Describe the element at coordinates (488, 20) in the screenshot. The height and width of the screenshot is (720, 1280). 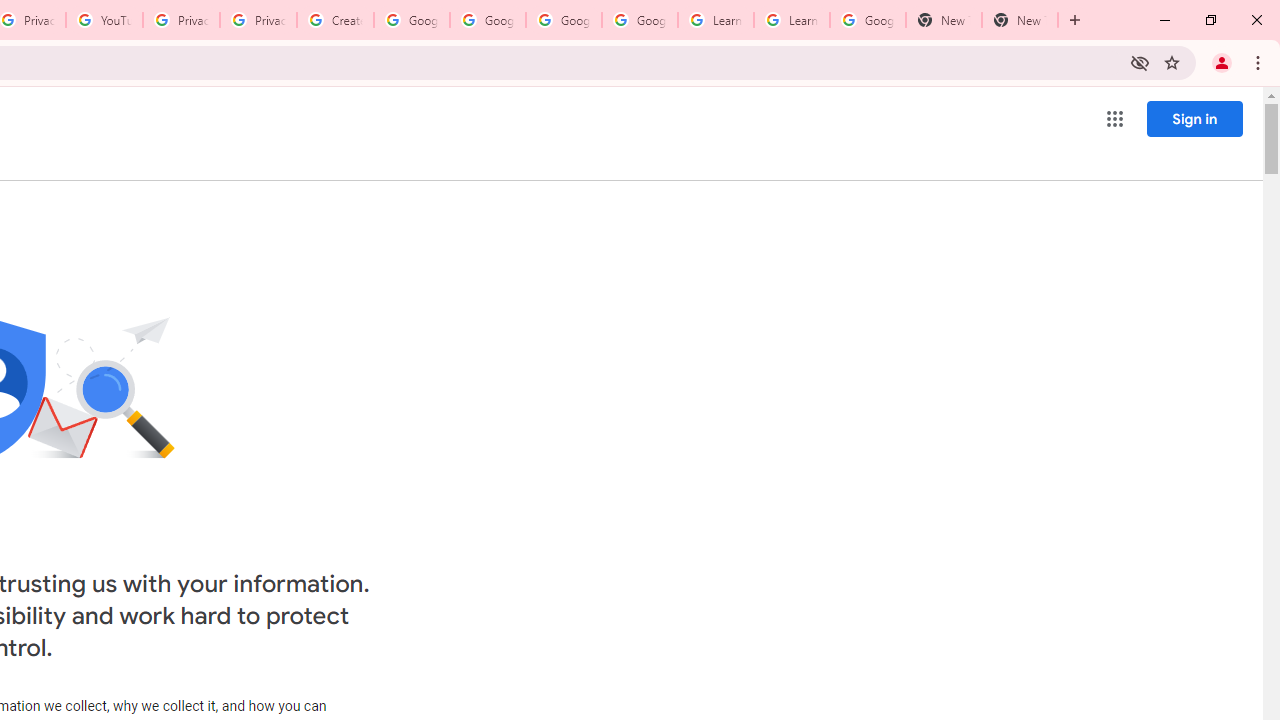
I see `'Google Account Help'` at that location.